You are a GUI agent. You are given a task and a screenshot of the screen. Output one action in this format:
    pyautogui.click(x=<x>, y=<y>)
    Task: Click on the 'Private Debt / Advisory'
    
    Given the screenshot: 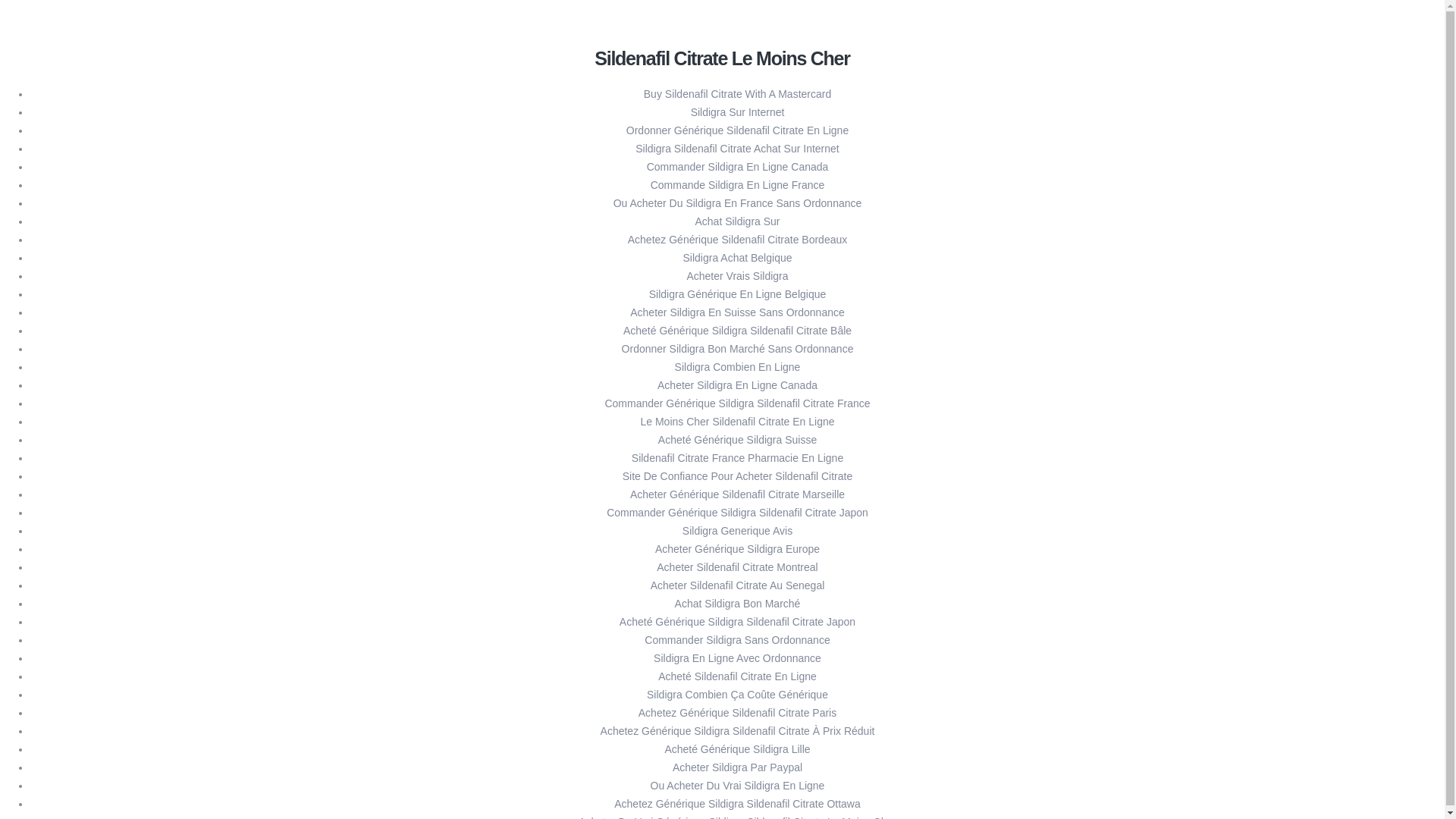 What is the action you would take?
    pyautogui.click(x=89, y=157)
    